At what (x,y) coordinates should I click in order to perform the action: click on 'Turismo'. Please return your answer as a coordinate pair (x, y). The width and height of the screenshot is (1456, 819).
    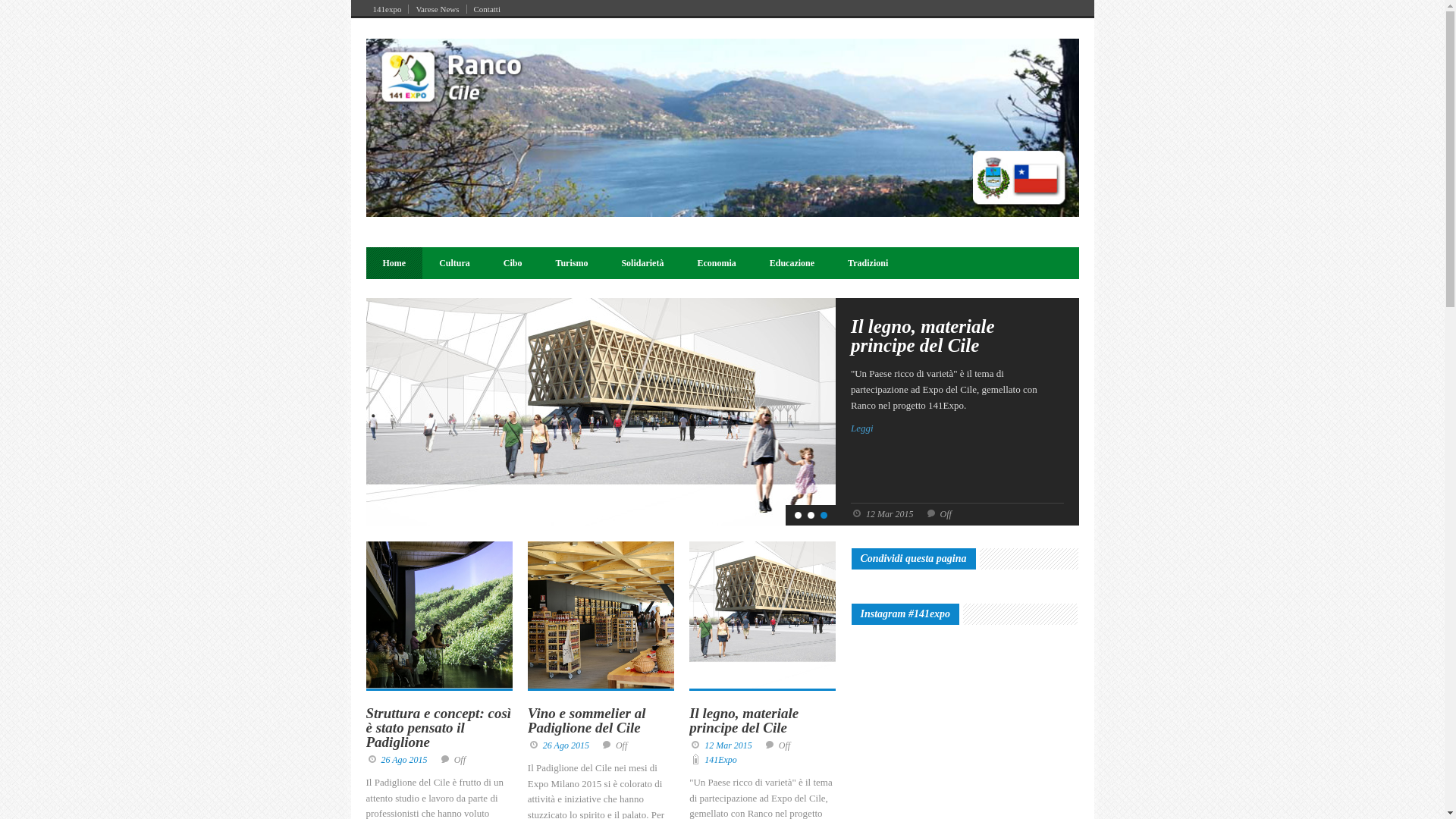
    Looking at the image, I should click on (571, 262).